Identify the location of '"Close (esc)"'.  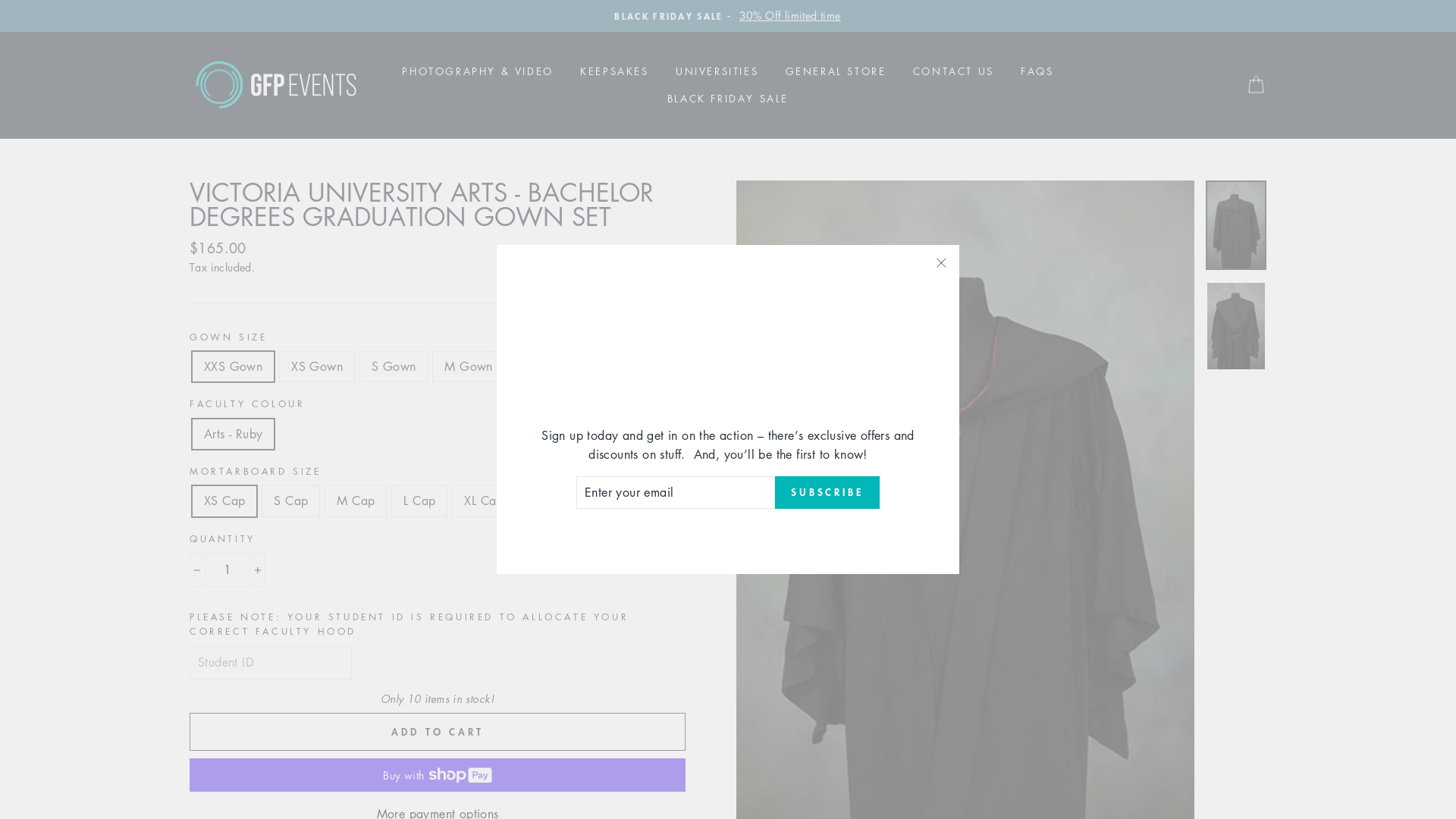
(940, 262).